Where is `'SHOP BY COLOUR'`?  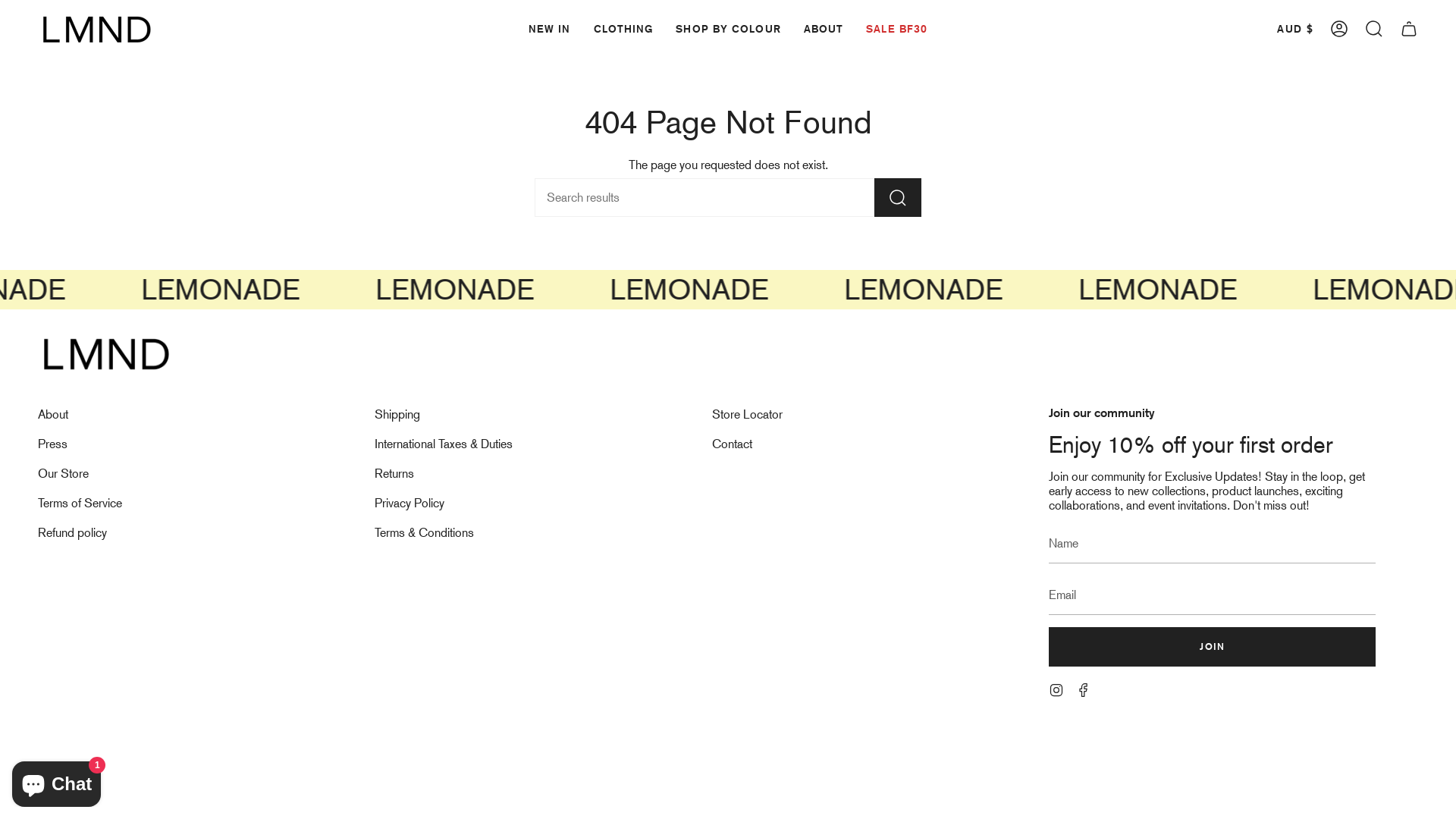
'SHOP BY COLOUR' is located at coordinates (728, 29).